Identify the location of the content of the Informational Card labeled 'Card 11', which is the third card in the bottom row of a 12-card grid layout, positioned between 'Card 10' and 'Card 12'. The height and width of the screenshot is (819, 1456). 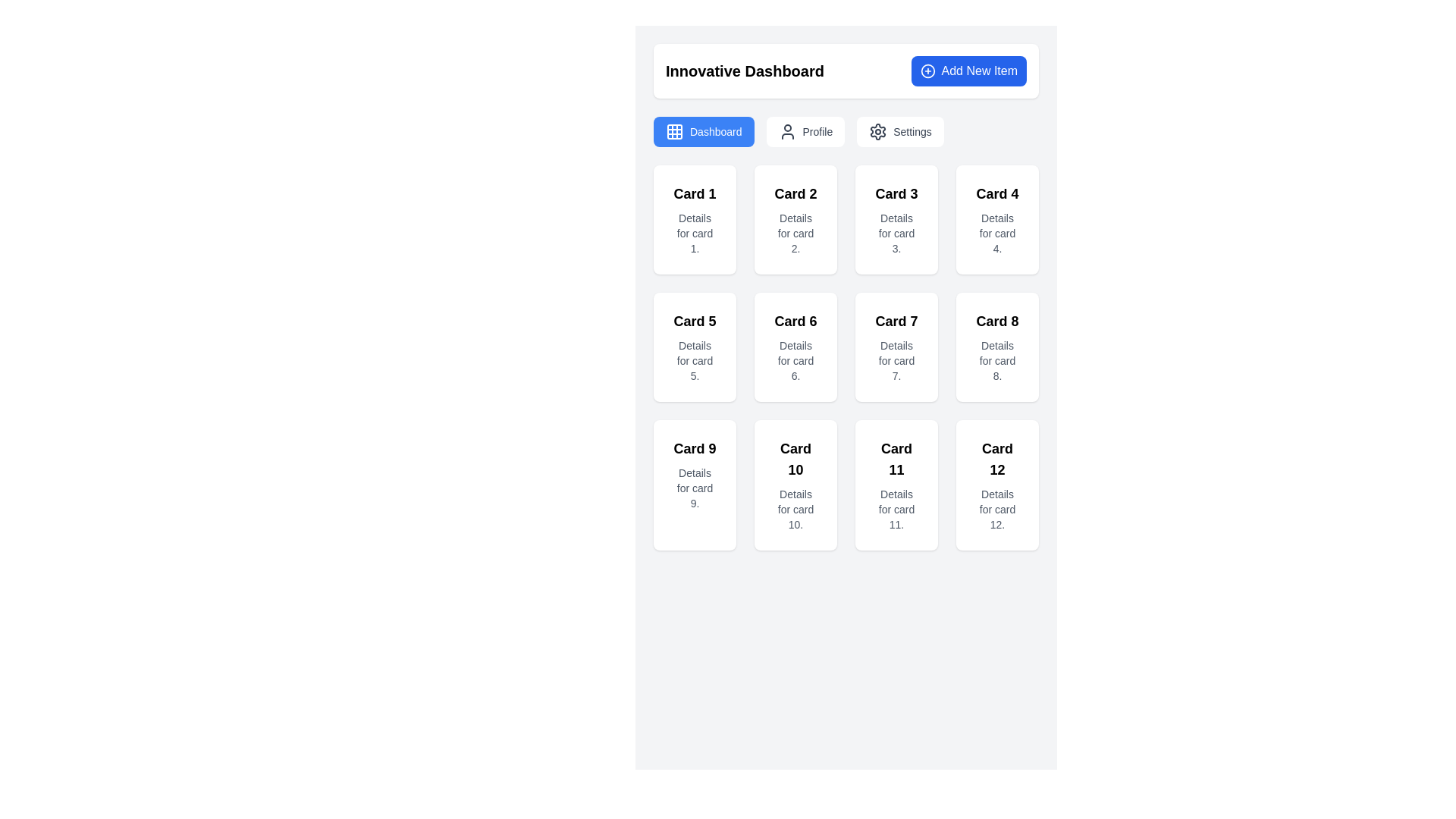
(896, 485).